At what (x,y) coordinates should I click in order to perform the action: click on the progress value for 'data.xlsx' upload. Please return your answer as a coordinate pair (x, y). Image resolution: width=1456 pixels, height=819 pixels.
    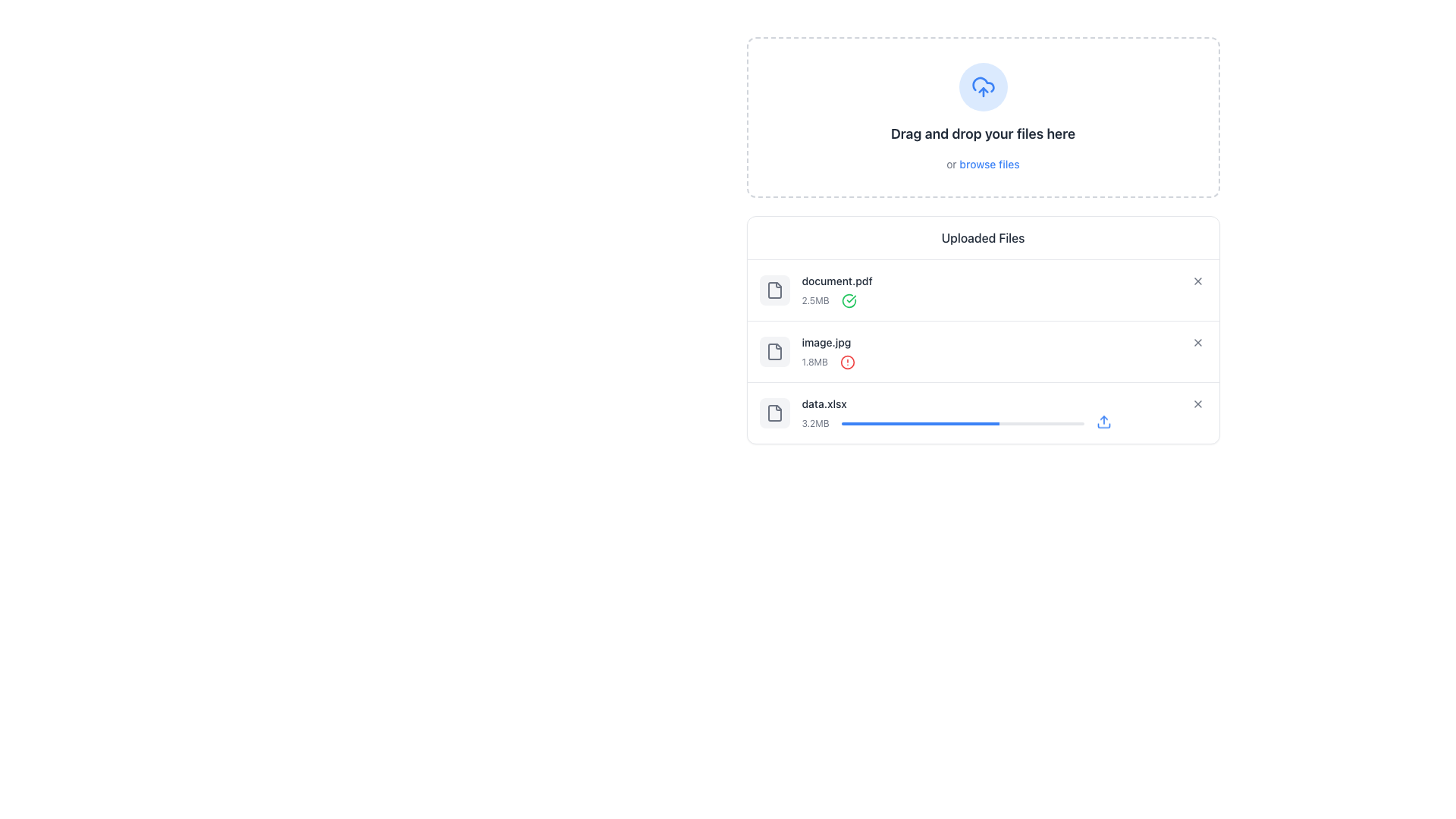
    Looking at the image, I should click on (954, 424).